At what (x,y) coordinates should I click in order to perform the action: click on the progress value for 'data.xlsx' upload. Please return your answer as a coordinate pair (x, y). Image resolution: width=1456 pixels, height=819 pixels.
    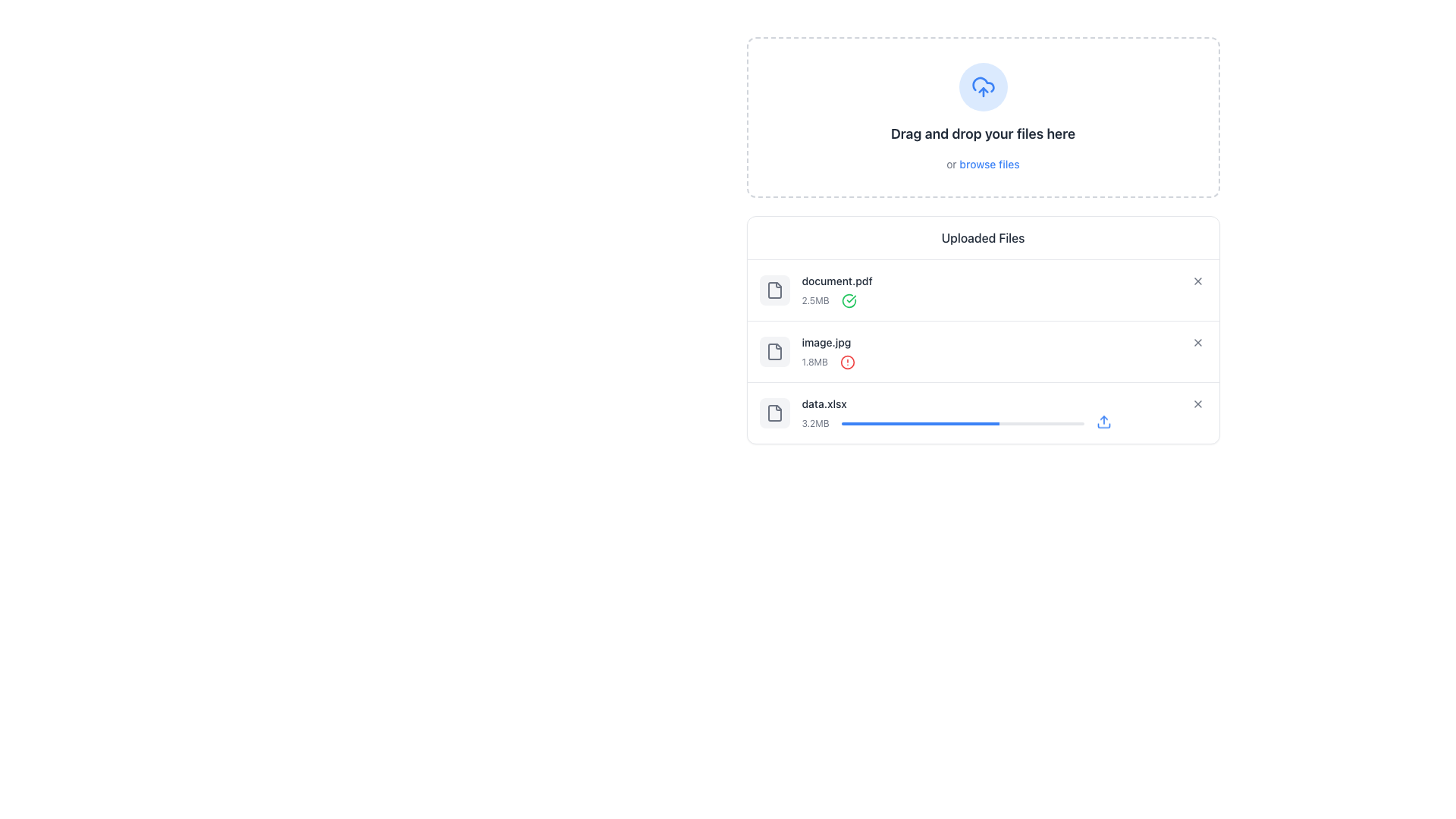
    Looking at the image, I should click on (954, 424).